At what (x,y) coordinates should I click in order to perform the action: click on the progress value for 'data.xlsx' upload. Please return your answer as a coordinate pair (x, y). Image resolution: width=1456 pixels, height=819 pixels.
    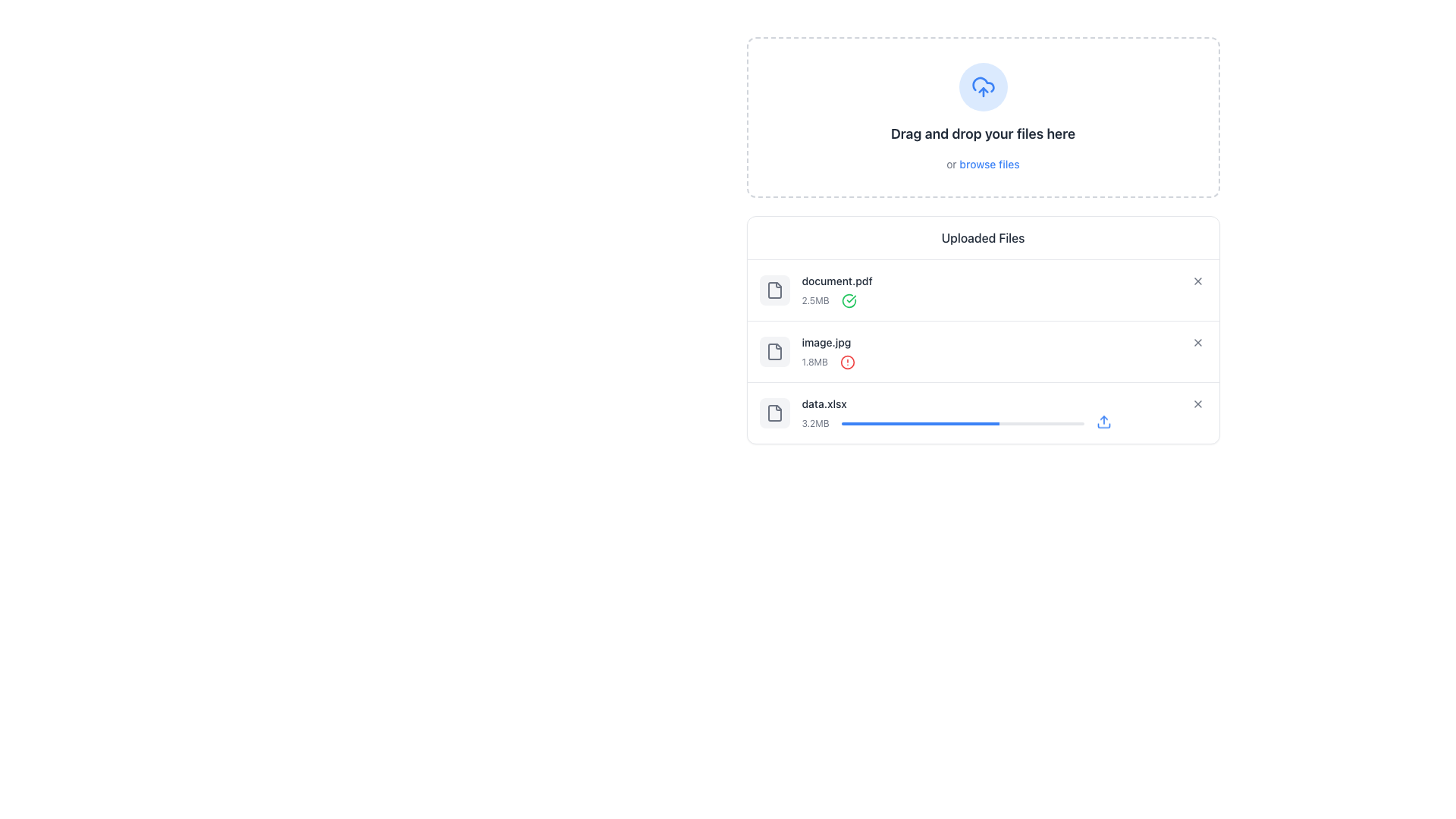
    Looking at the image, I should click on (954, 424).